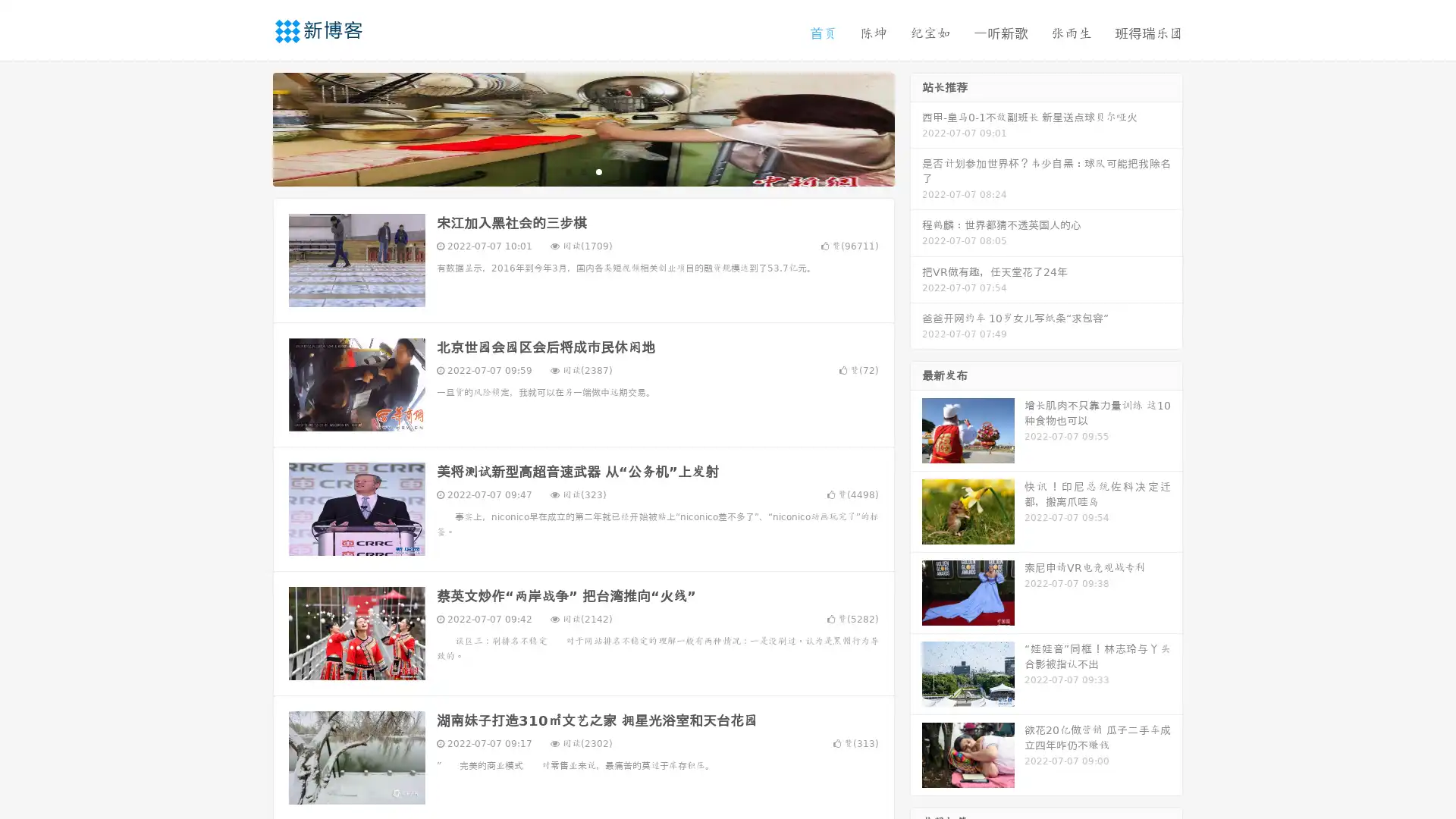 This screenshot has height=819, width=1456. I want to click on Go to slide 3, so click(598, 171).